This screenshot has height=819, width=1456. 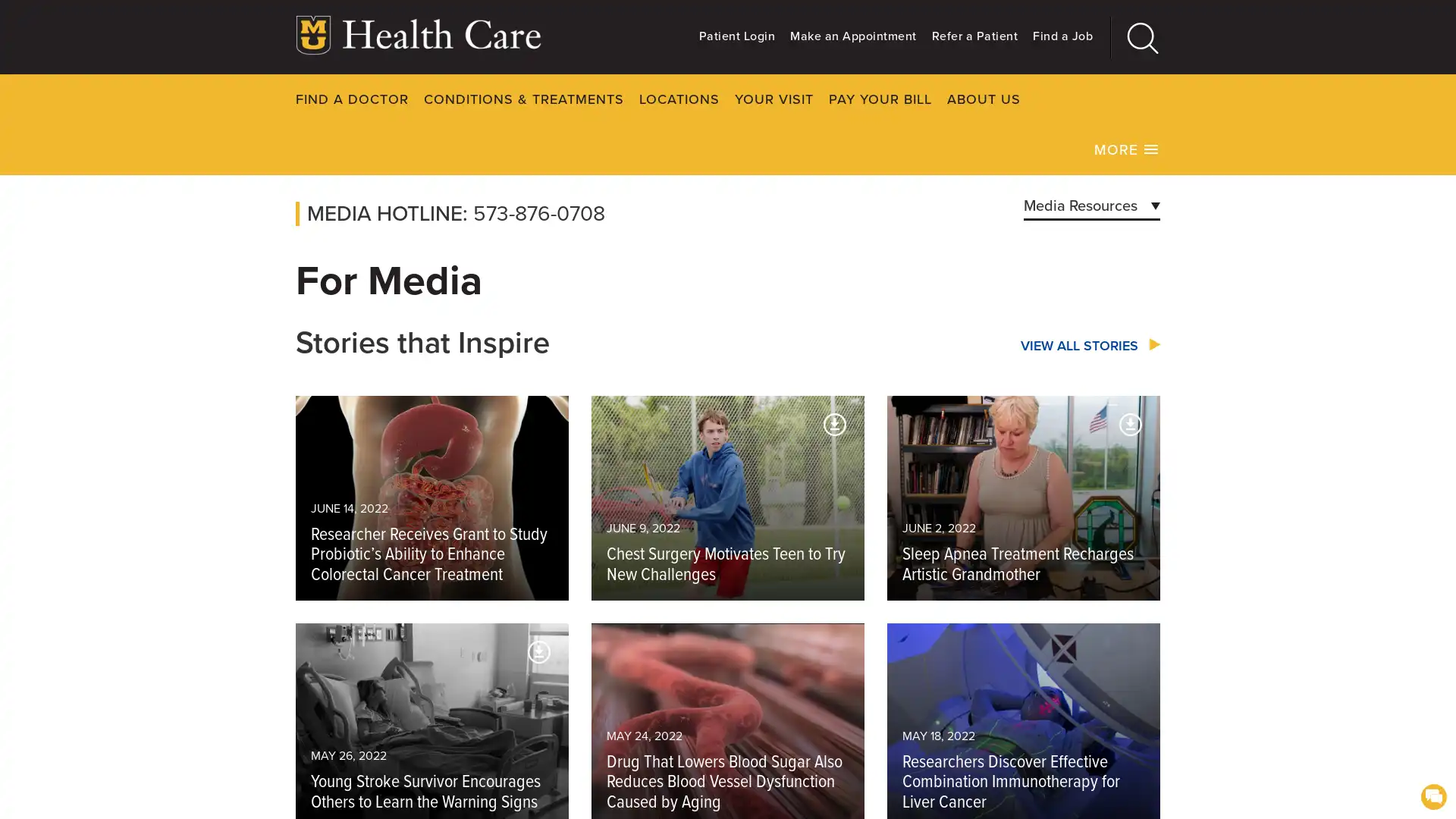 I want to click on MORE, so click(x=1127, y=149).